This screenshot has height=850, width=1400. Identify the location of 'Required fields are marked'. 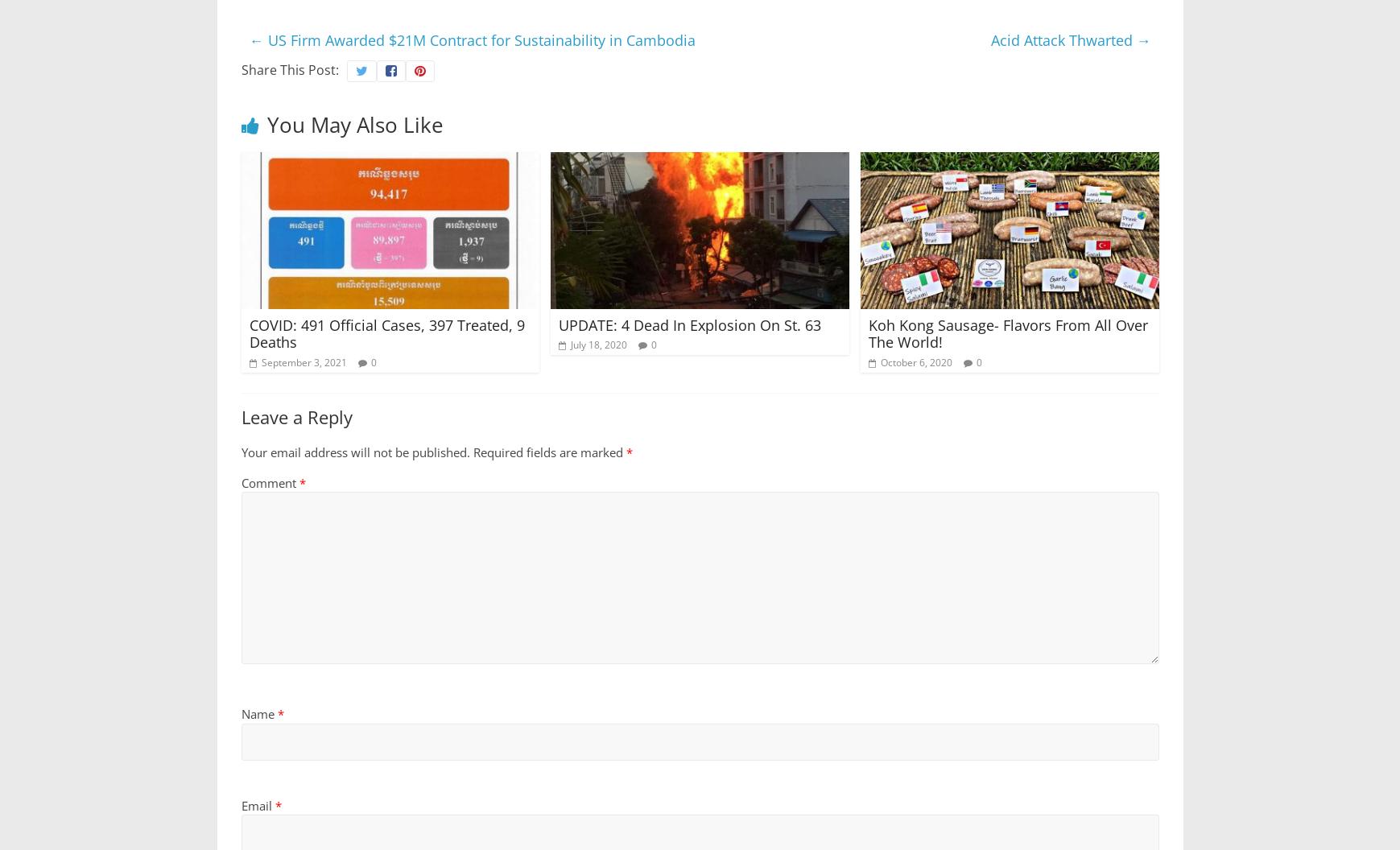
(548, 451).